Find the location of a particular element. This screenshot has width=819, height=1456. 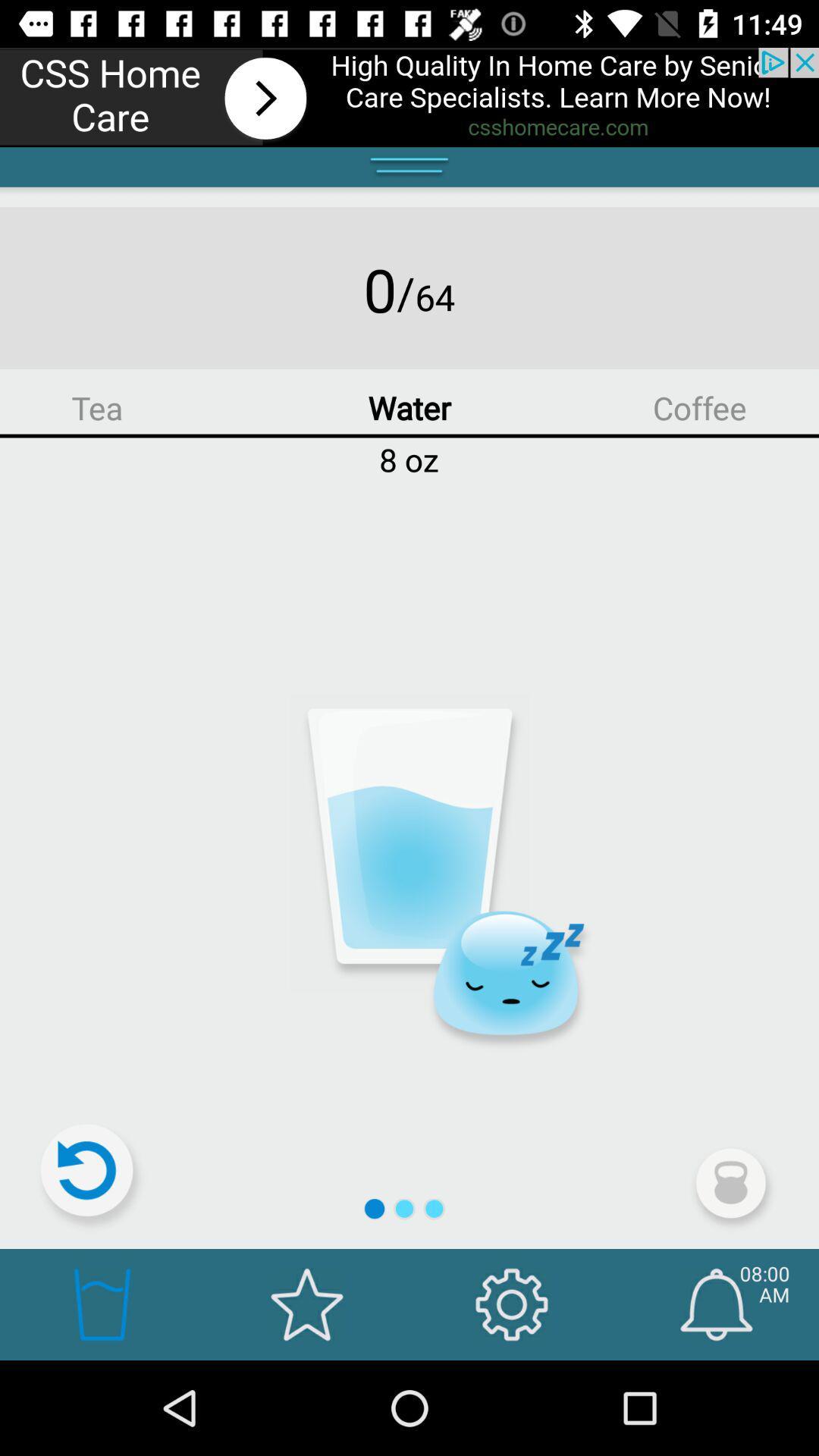

open advertisement is located at coordinates (409, 96).